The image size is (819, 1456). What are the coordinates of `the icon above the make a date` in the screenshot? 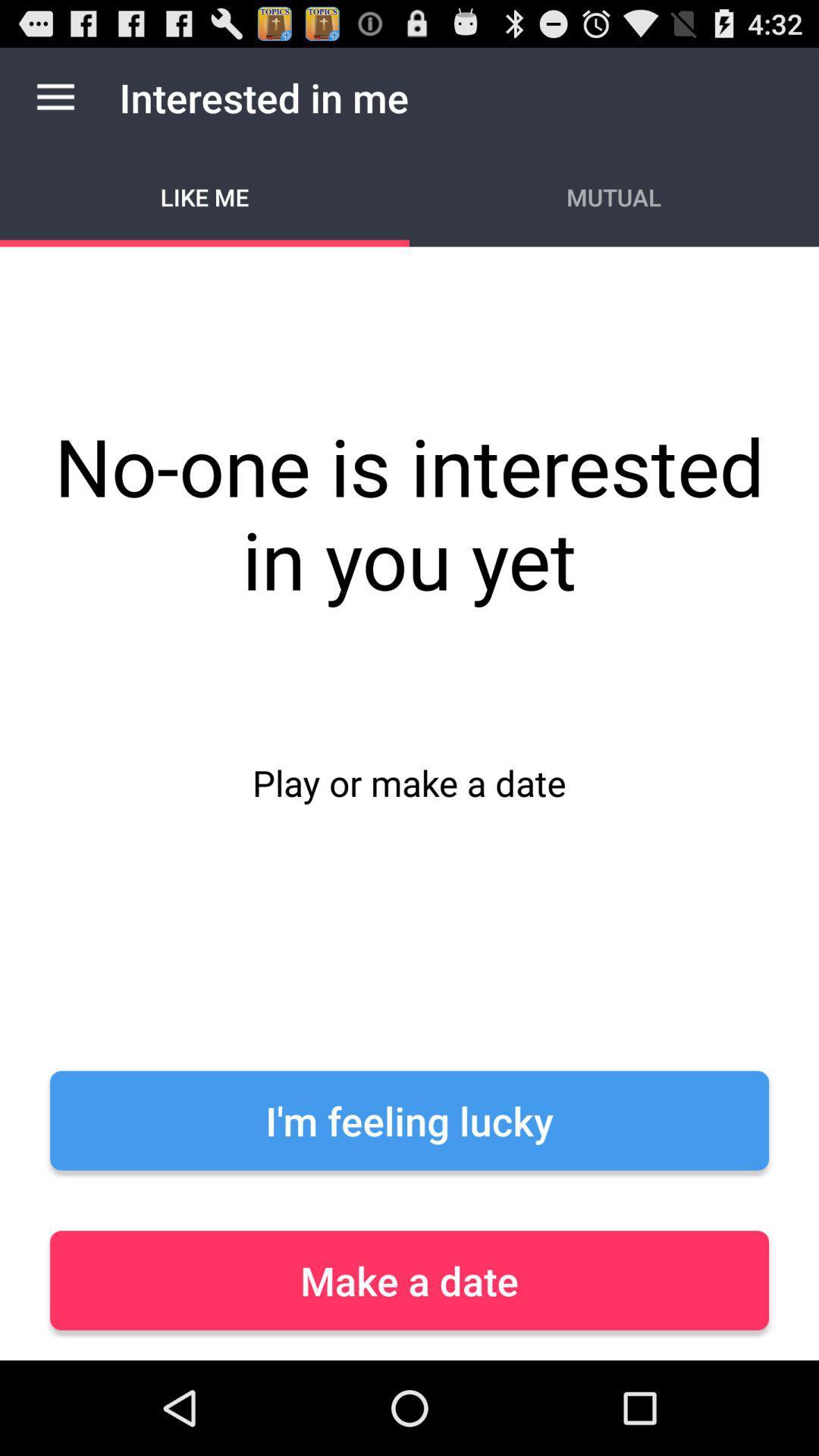 It's located at (409, 1120).